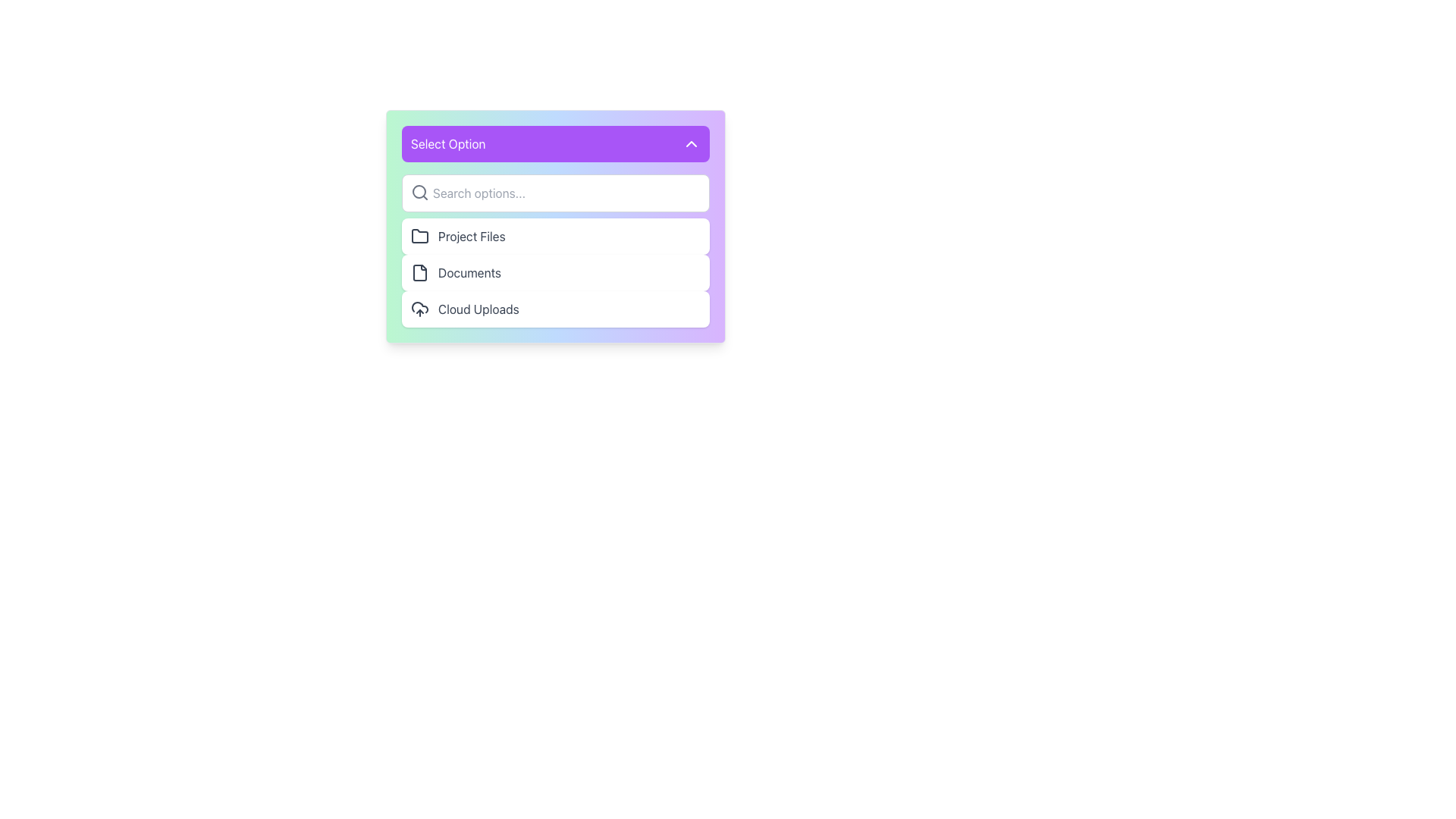 This screenshot has height=819, width=1456. Describe the element at coordinates (471, 237) in the screenshot. I see `the 'Project Files' text label next to the folder icon in the dropdown menu` at that location.